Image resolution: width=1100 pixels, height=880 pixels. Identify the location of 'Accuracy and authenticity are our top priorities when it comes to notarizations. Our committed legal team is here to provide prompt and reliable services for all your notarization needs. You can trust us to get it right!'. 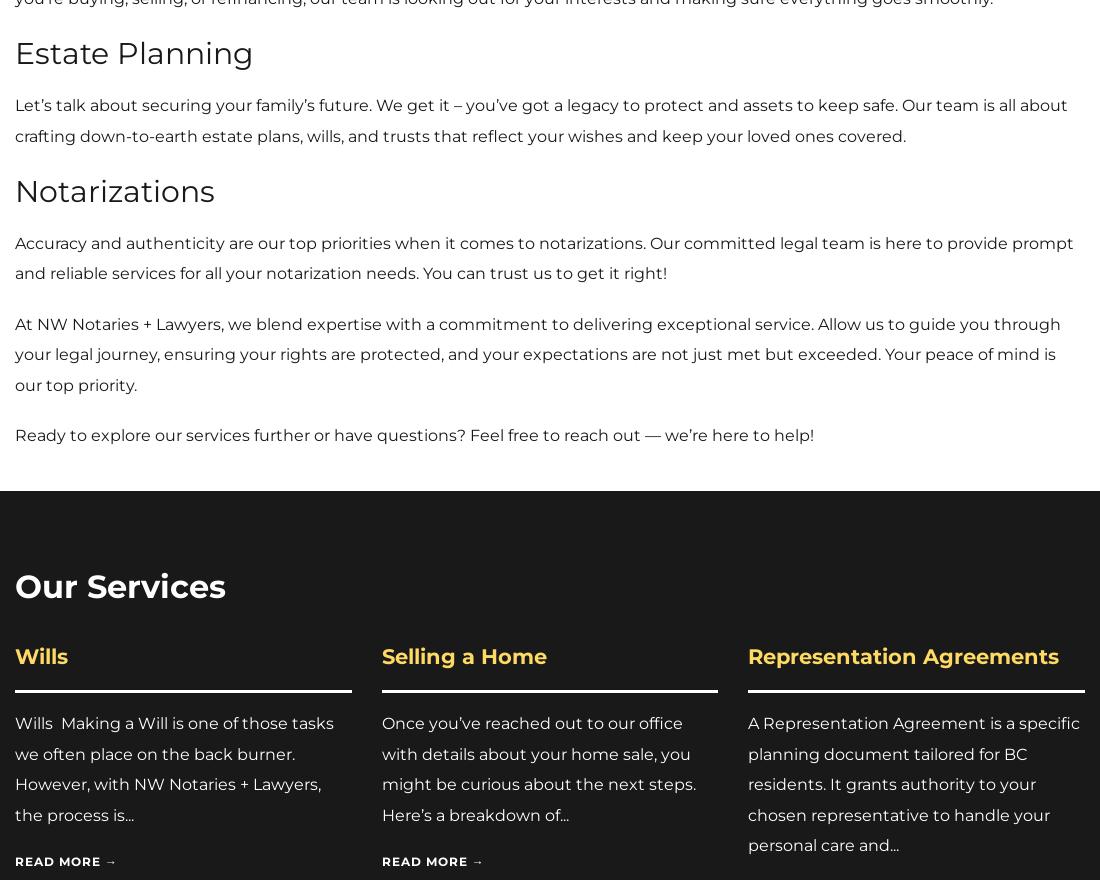
(13, 258).